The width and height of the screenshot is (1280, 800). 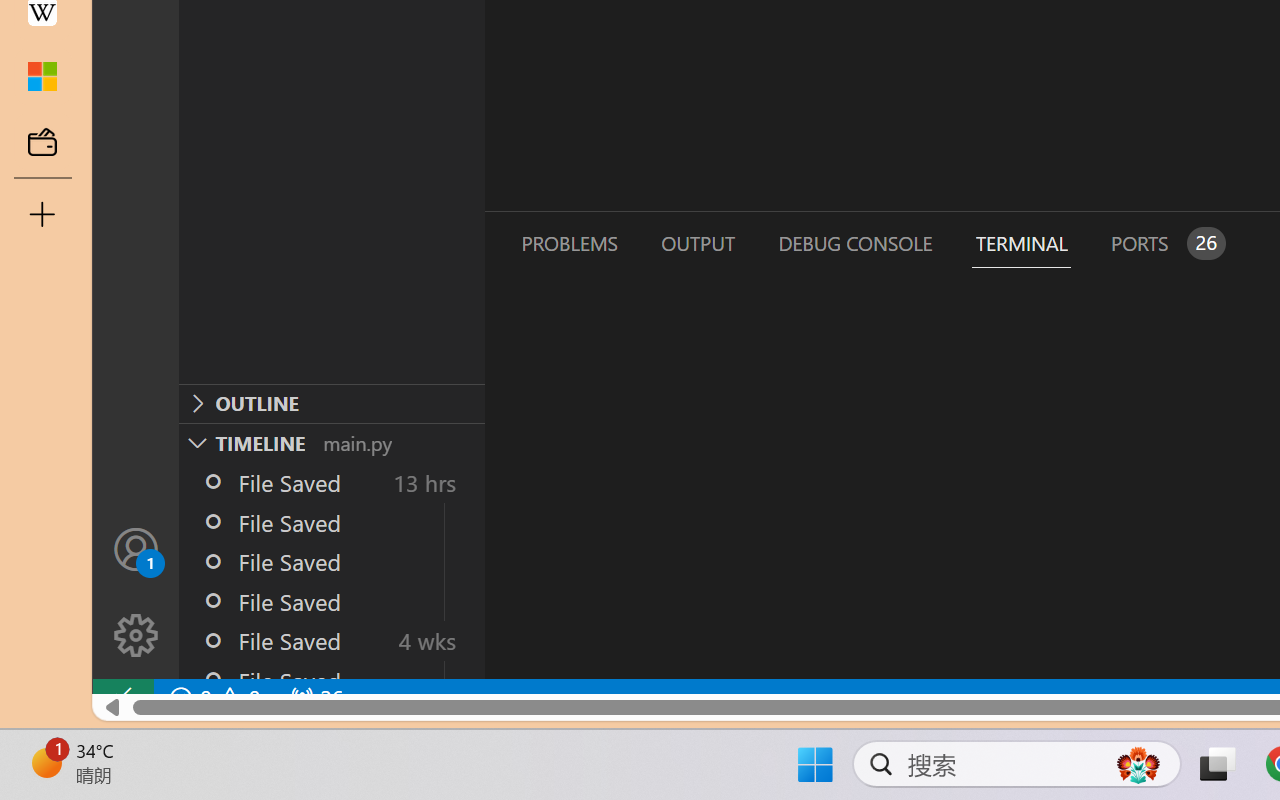 What do you see at coordinates (331, 441) in the screenshot?
I see `'Timeline Section'` at bounding box center [331, 441].